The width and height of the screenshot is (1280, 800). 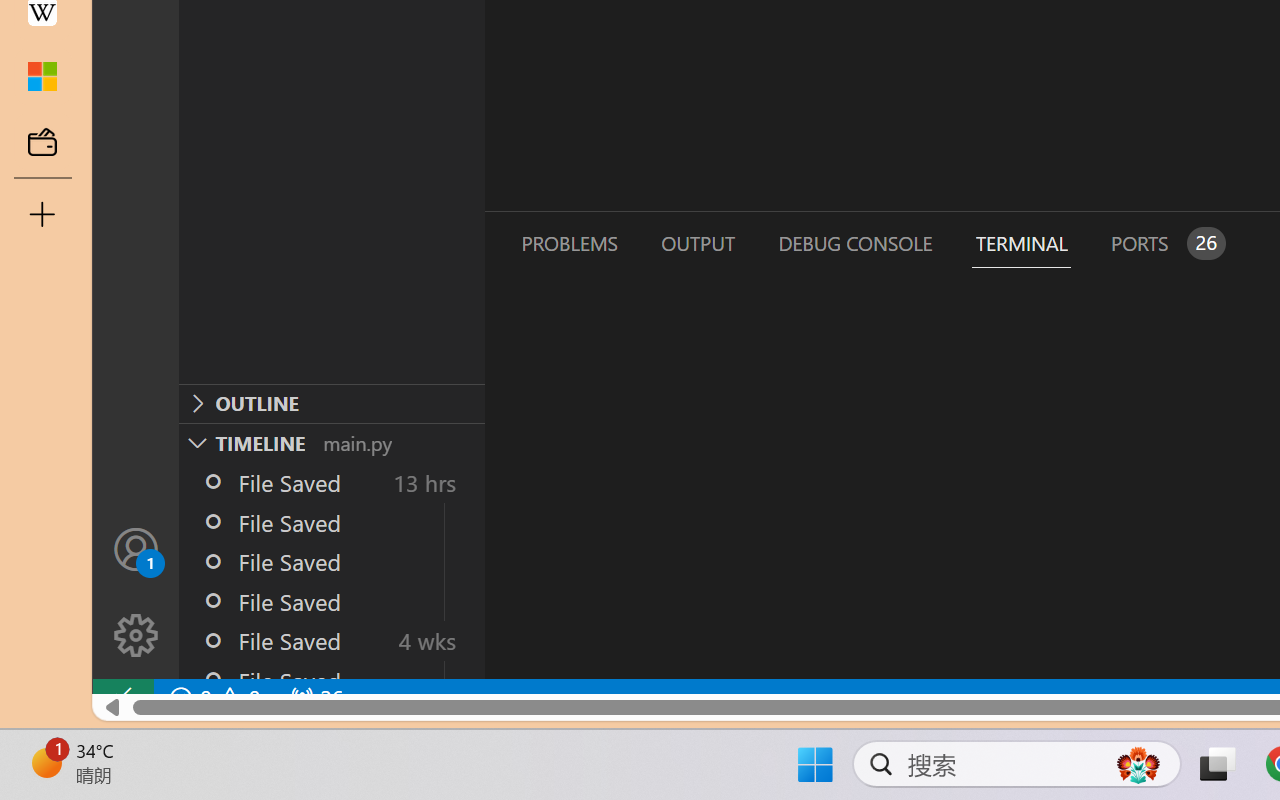 What do you see at coordinates (331, 441) in the screenshot?
I see `'Timeline Section'` at bounding box center [331, 441].